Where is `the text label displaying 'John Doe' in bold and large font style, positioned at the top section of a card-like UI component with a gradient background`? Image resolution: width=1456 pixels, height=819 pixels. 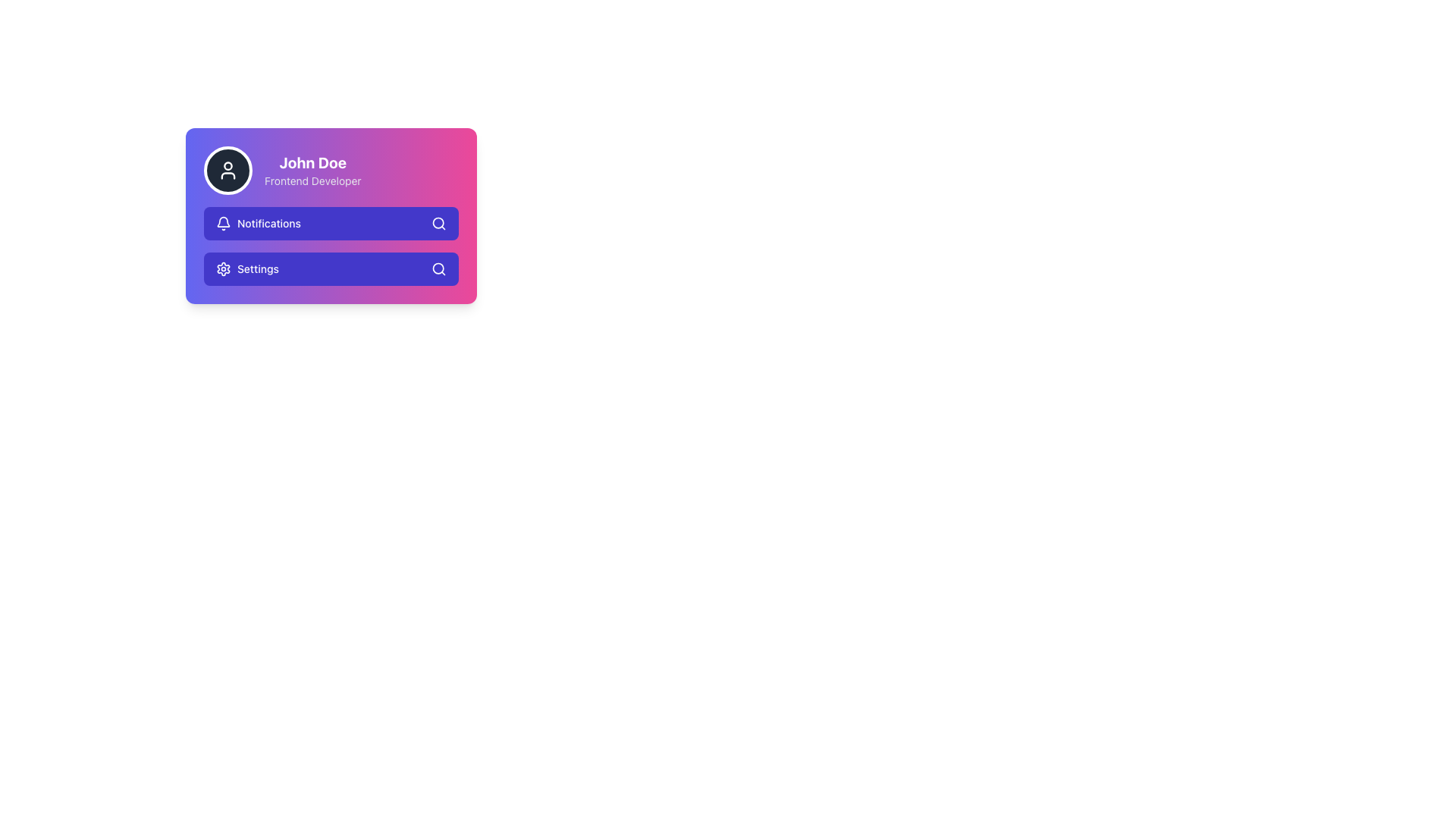 the text label displaying 'John Doe' in bold and large font style, positioned at the top section of a card-like UI component with a gradient background is located at coordinates (312, 163).